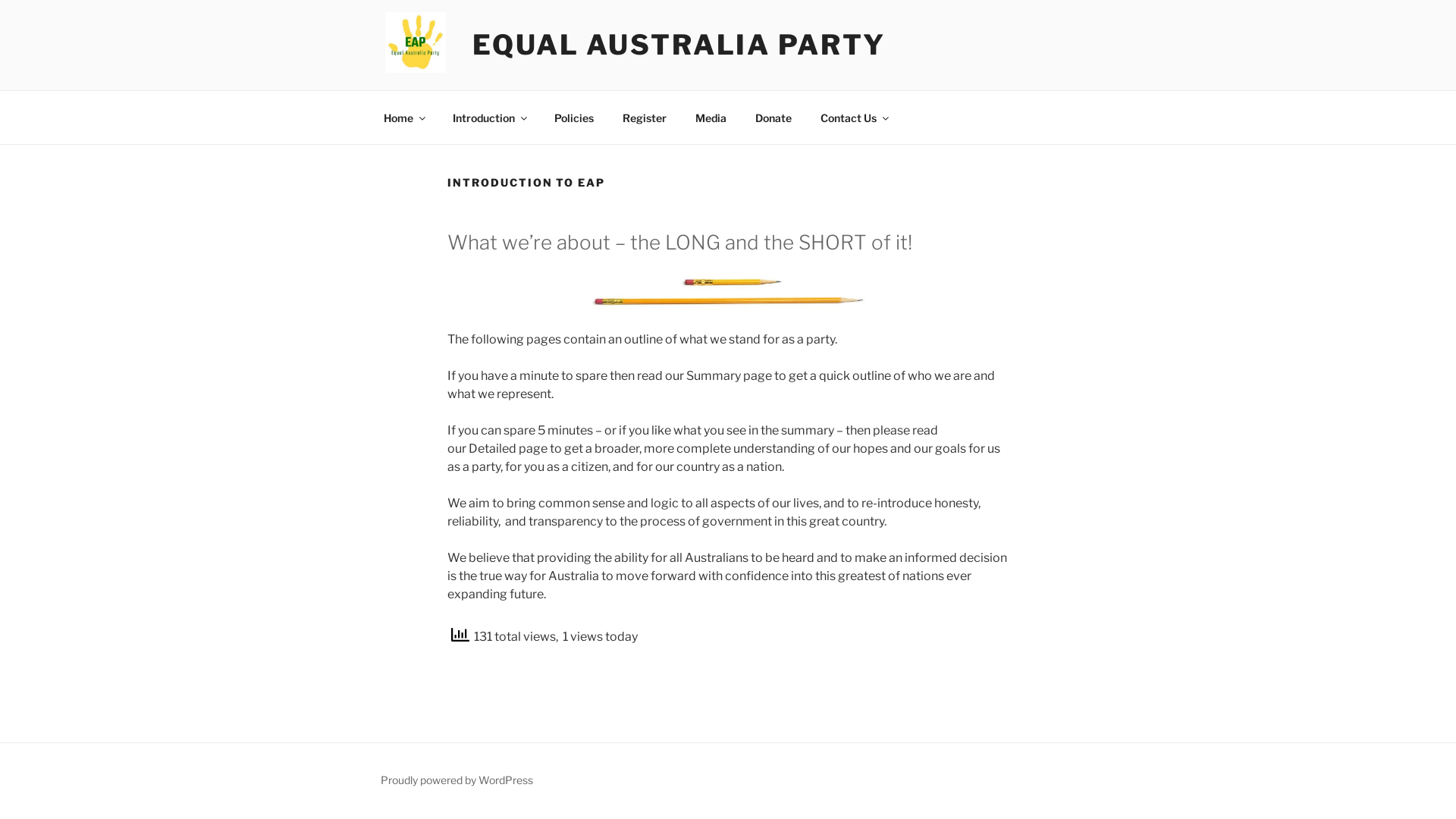 The image size is (1456, 819). What do you see at coordinates (403, 116) in the screenshot?
I see `'Home'` at bounding box center [403, 116].